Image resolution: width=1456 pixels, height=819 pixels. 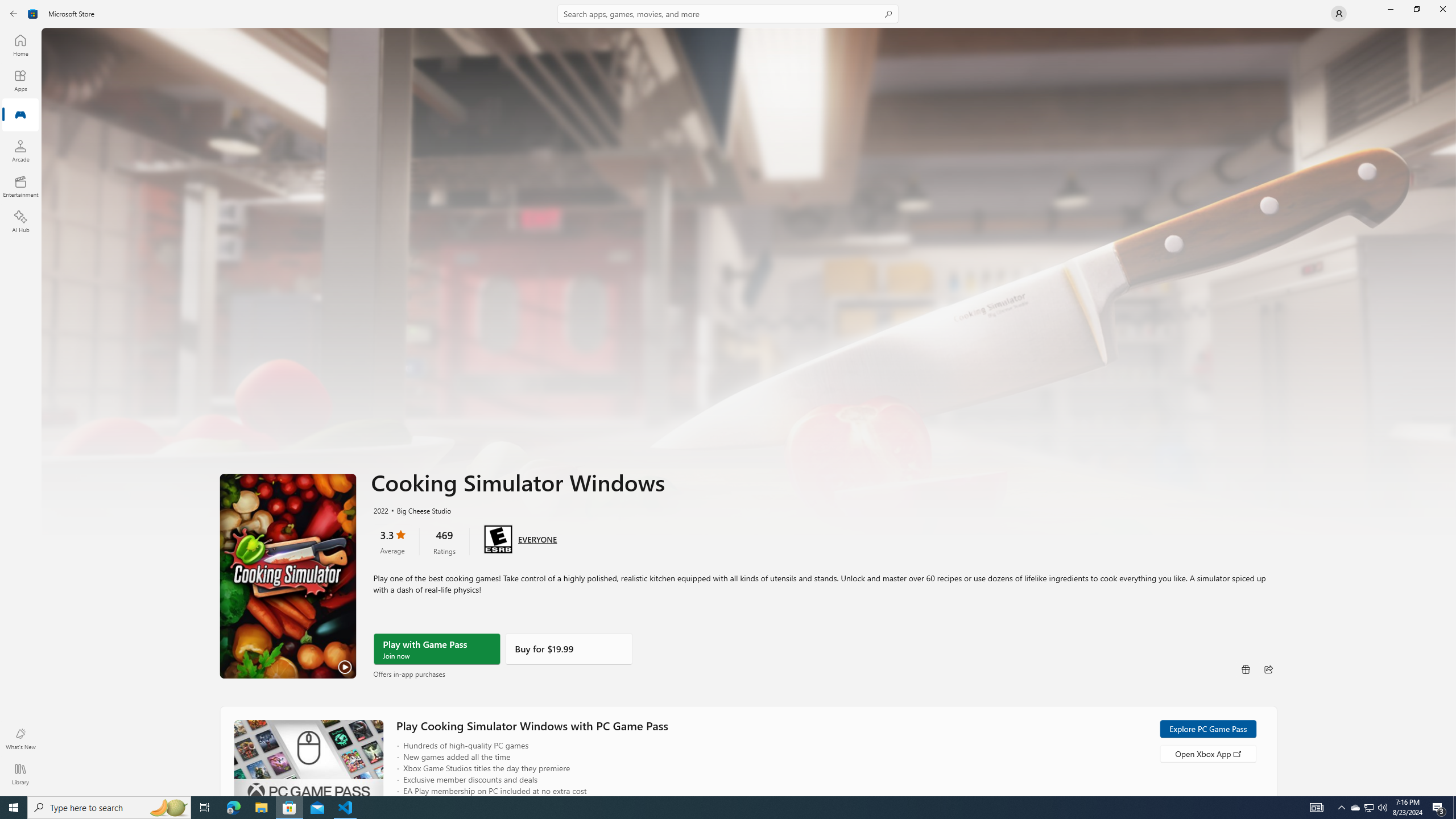 I want to click on '2022', so click(x=380, y=510).